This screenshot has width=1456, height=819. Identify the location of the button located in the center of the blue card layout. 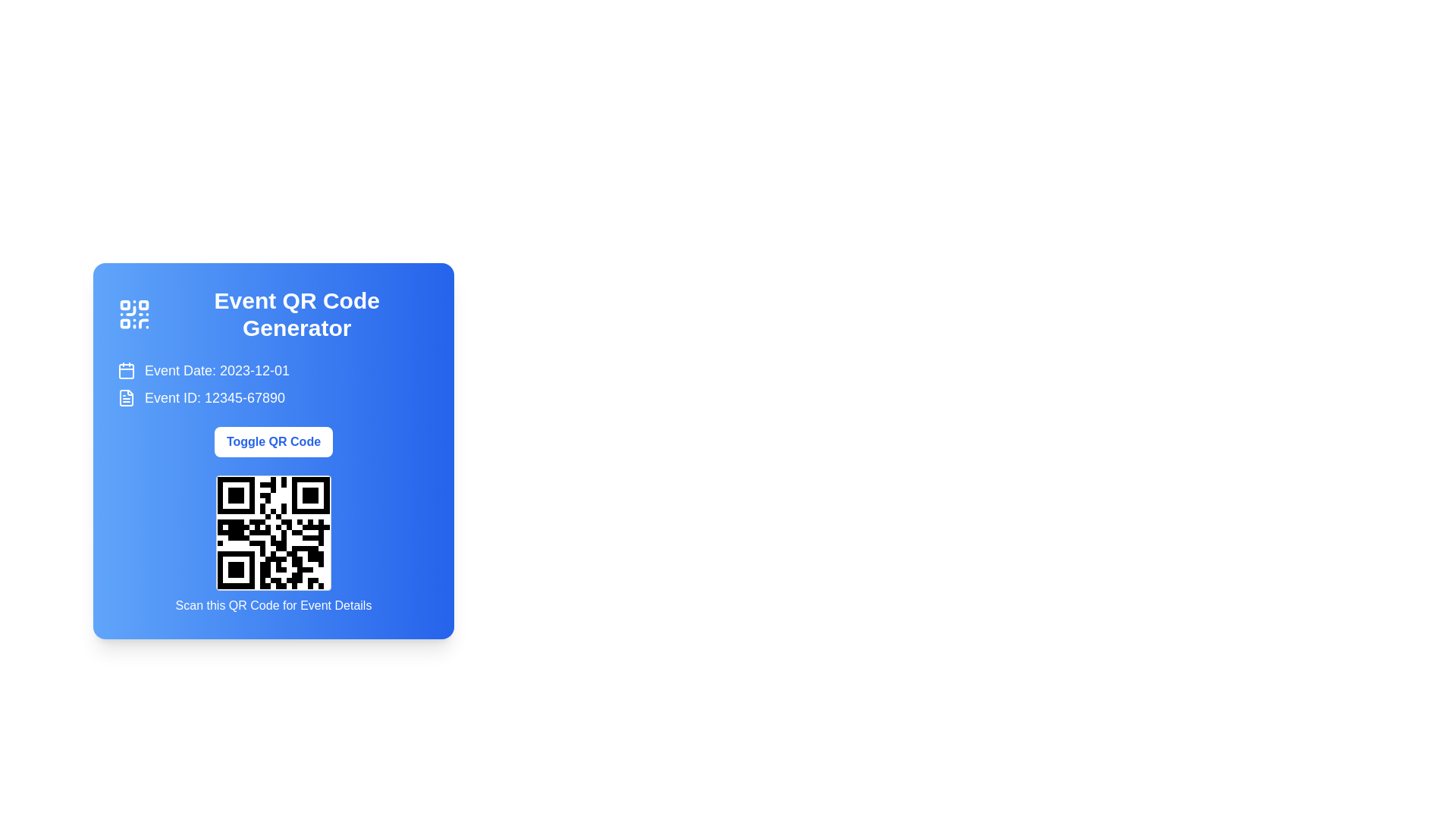
(273, 441).